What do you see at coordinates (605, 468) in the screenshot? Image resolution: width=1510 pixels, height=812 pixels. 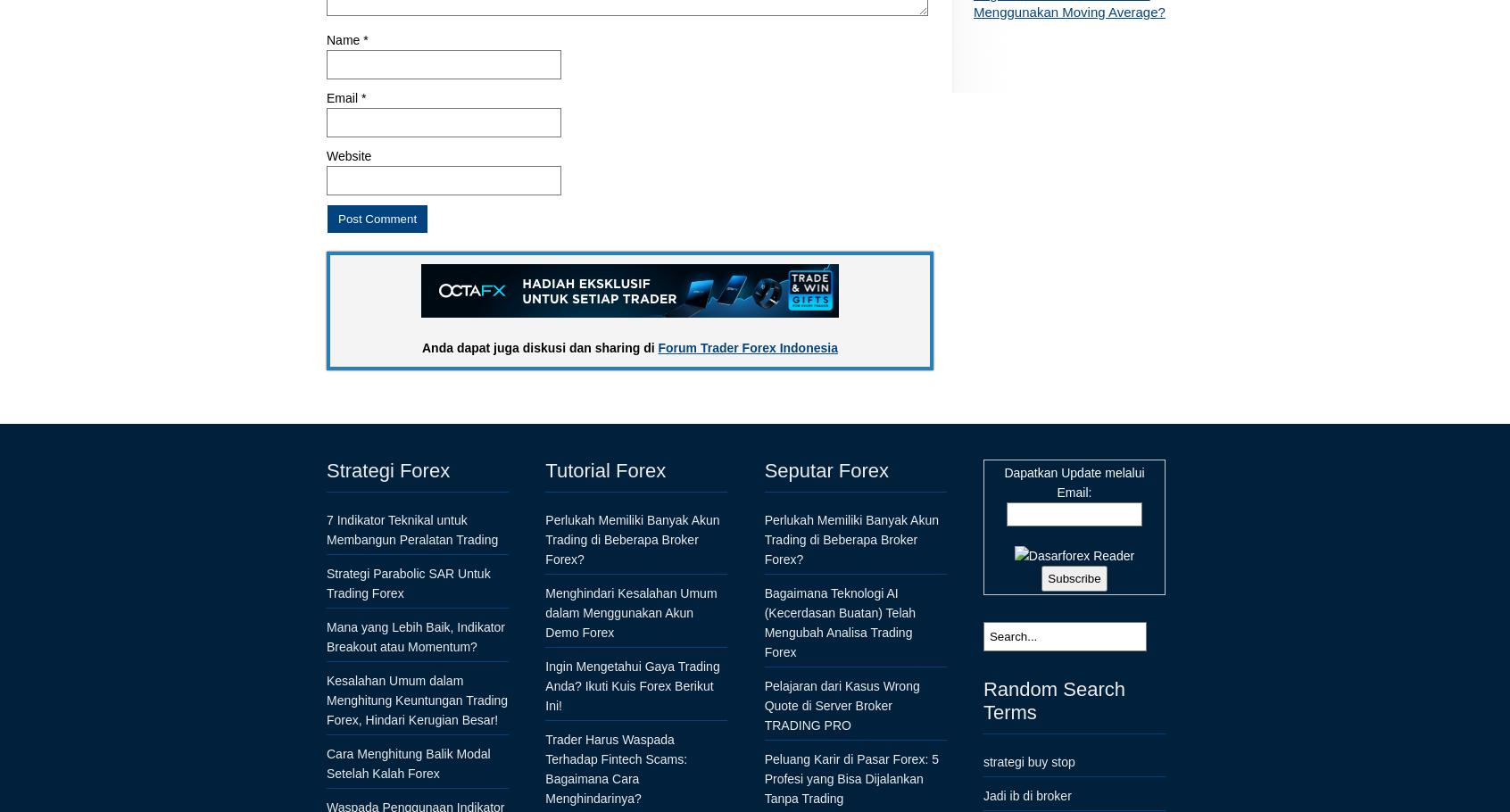 I see `'Tutorial Forex'` at bounding box center [605, 468].